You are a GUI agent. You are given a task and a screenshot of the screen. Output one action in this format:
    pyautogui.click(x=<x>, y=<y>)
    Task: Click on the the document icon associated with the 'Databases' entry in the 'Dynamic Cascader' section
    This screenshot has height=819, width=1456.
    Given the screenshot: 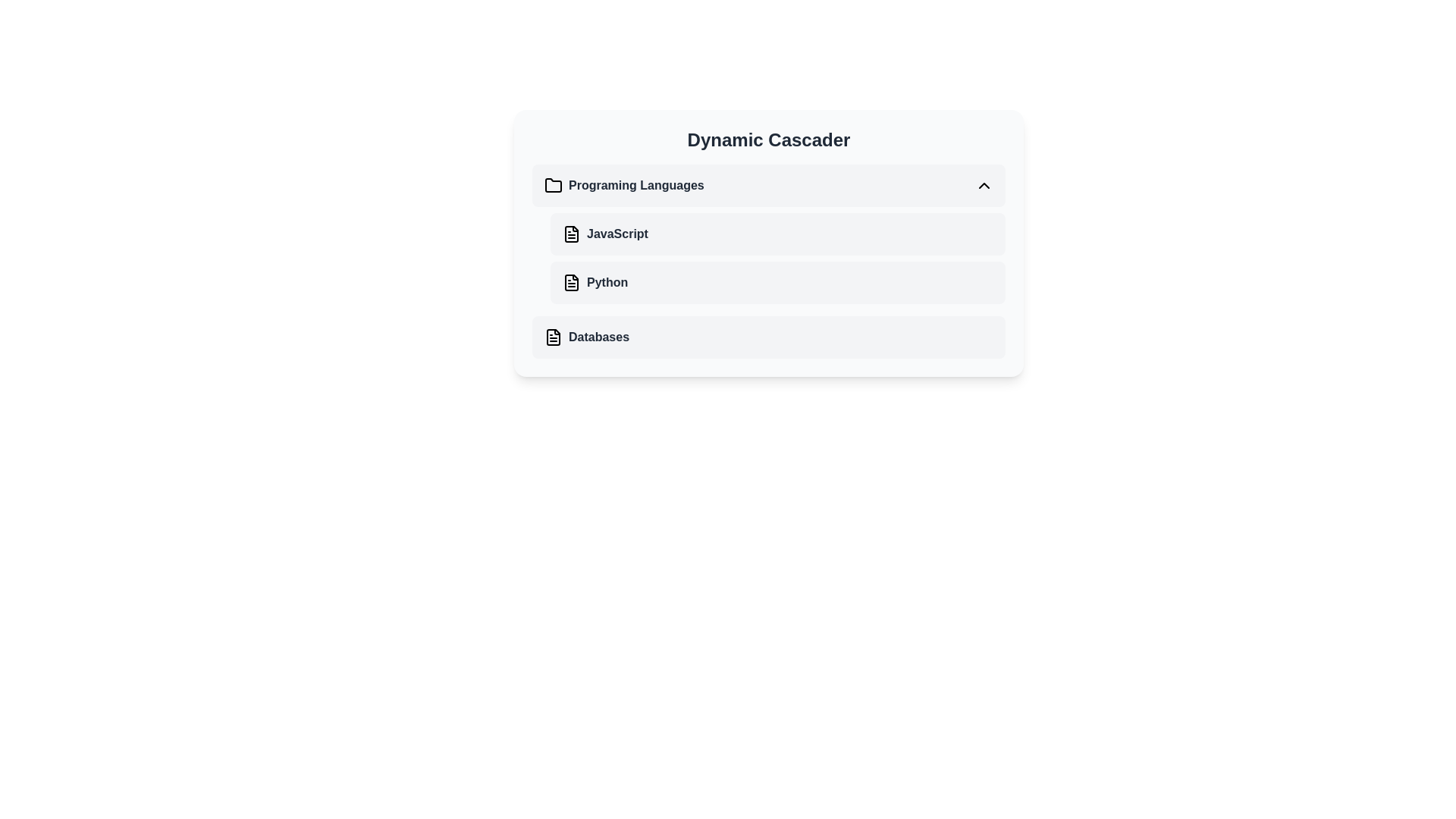 What is the action you would take?
    pyautogui.click(x=552, y=336)
    